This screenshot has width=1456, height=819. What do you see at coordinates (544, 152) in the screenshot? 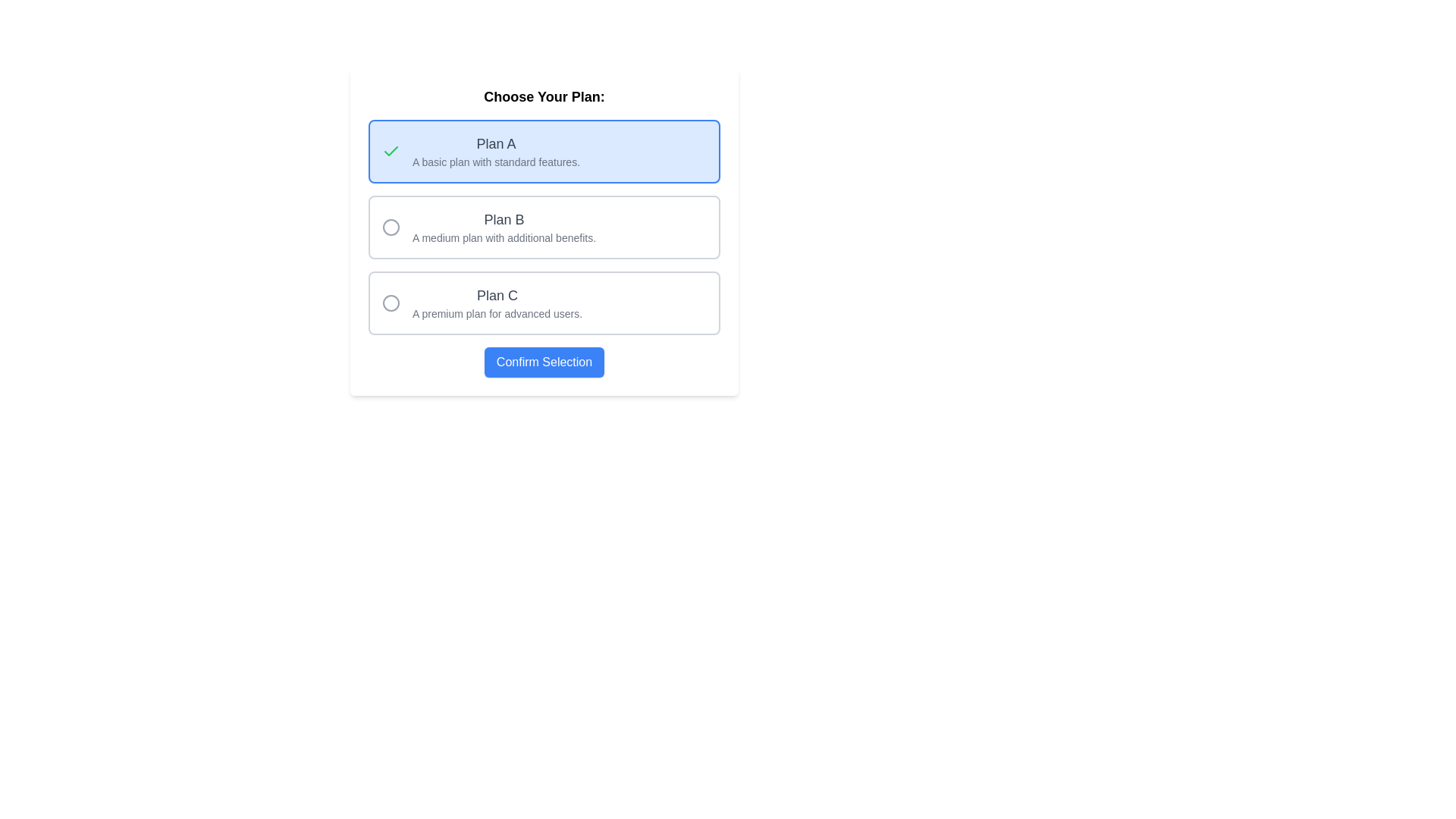
I see `the 'Plan A' option card` at bounding box center [544, 152].